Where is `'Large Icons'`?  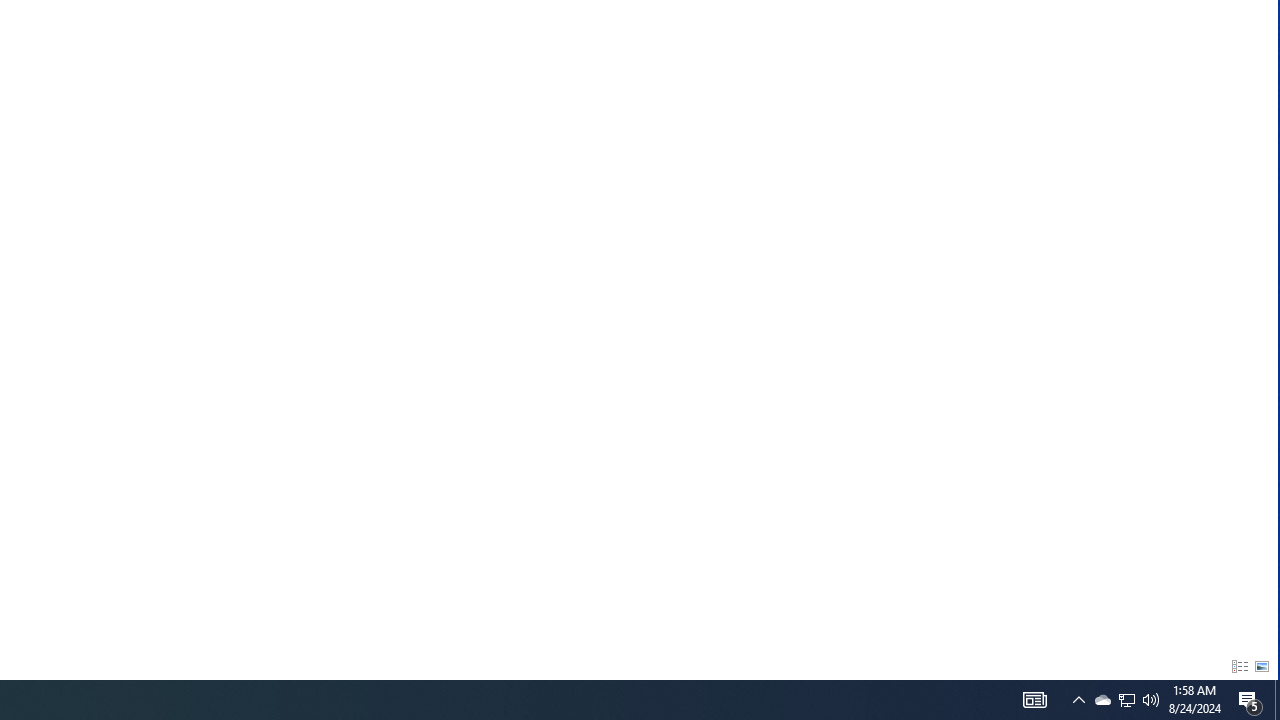
'Large Icons' is located at coordinates (1261, 667).